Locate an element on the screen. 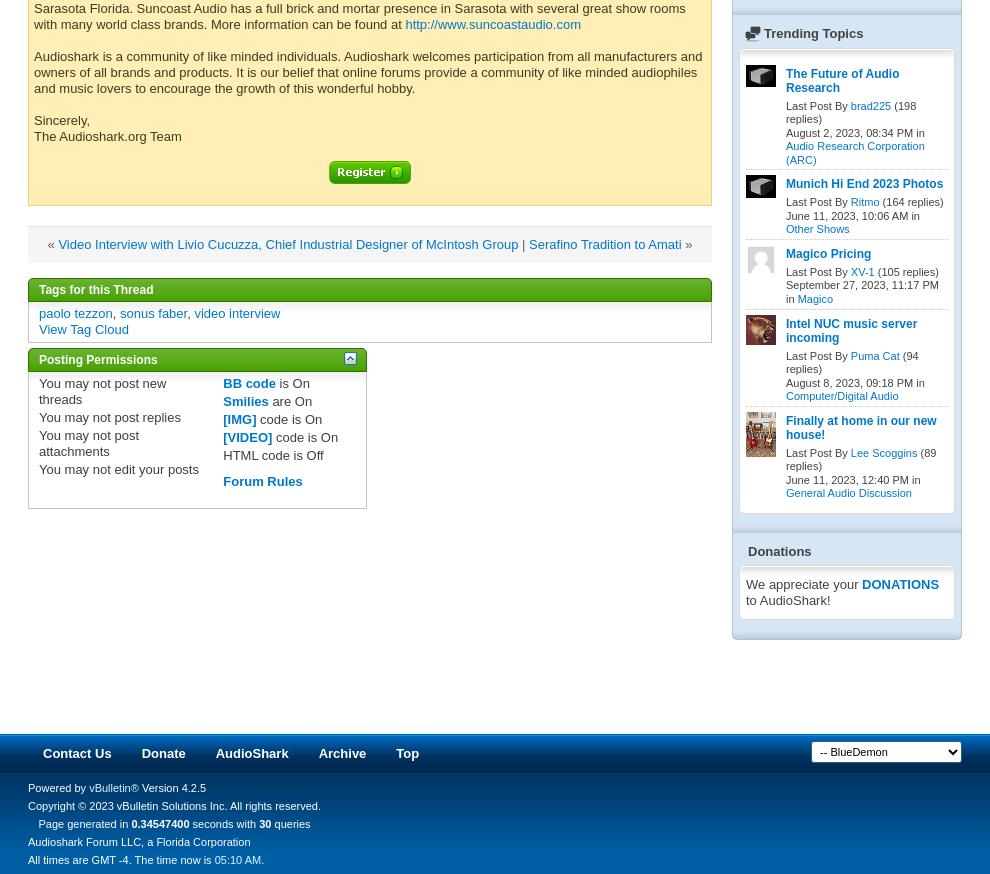 This screenshot has height=874, width=990. '|' is located at coordinates (522, 243).